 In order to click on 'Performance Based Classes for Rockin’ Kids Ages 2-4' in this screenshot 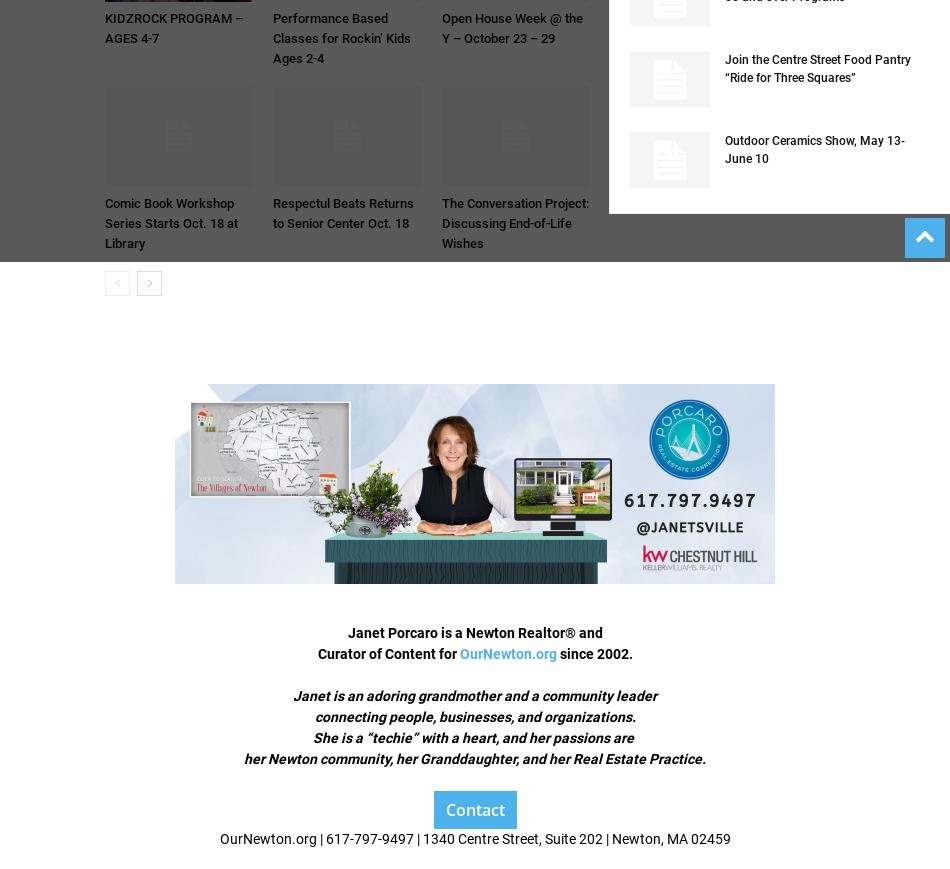, I will do `click(341, 37)`.